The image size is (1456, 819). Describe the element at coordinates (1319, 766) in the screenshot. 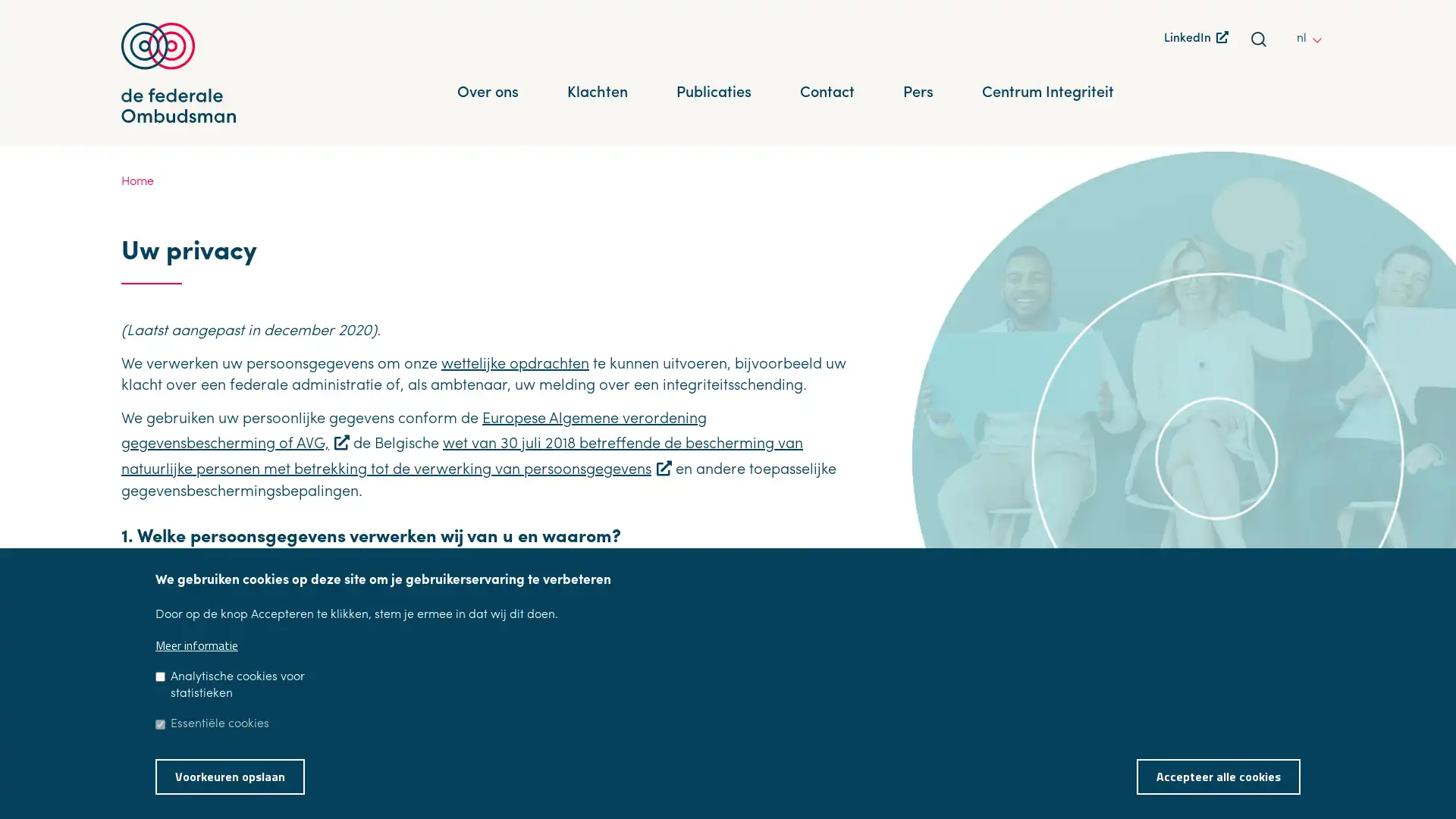

I see `Toestemming intrekken` at that location.